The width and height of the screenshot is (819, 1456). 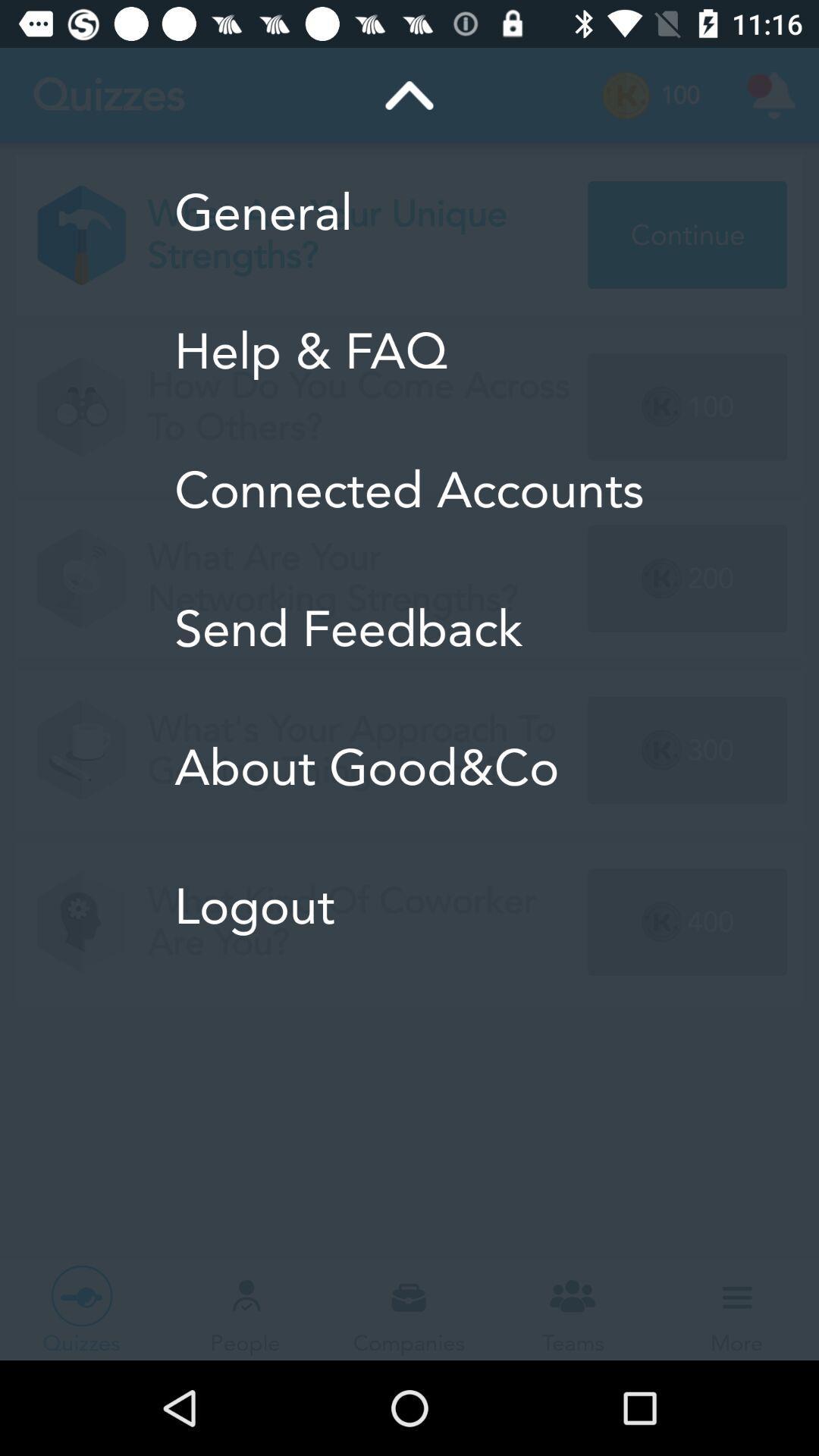 What do you see at coordinates (408, 212) in the screenshot?
I see `icon above help & faq item` at bounding box center [408, 212].